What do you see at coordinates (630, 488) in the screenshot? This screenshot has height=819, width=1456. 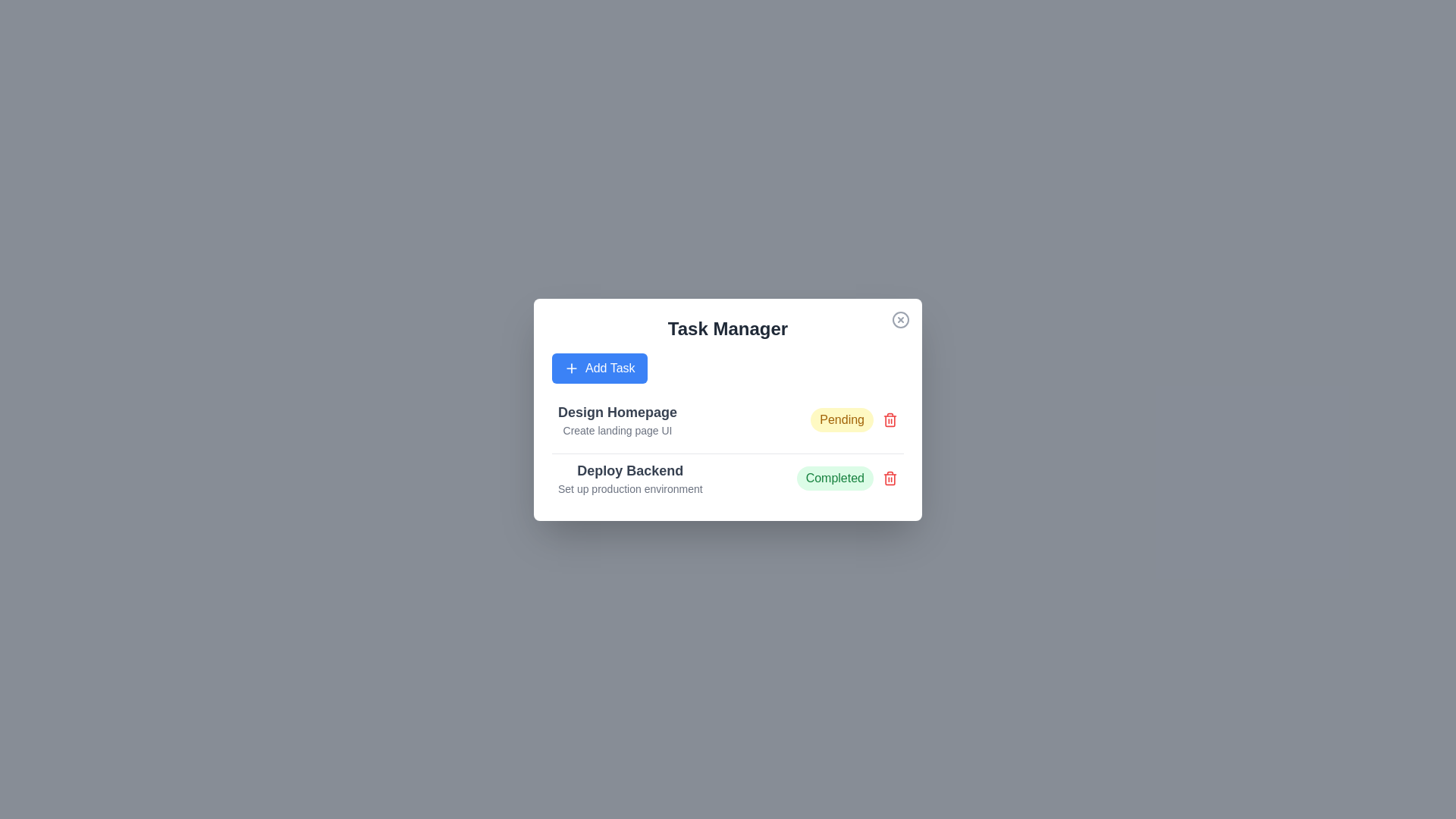 I see `the static text label that provides supplementary details for the 'Deploy Backend' task, located directly below the 'Deploy Backend' heading in the task entry` at bounding box center [630, 488].